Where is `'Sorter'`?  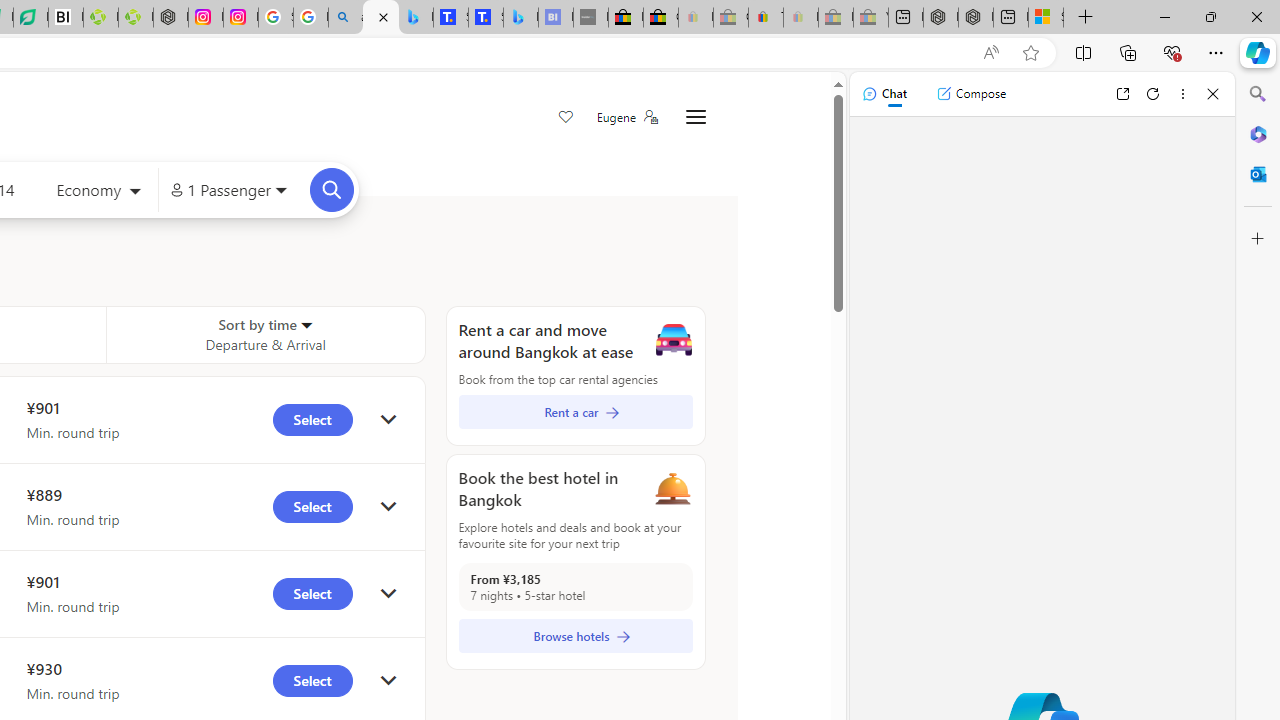 'Sorter' is located at coordinates (305, 323).